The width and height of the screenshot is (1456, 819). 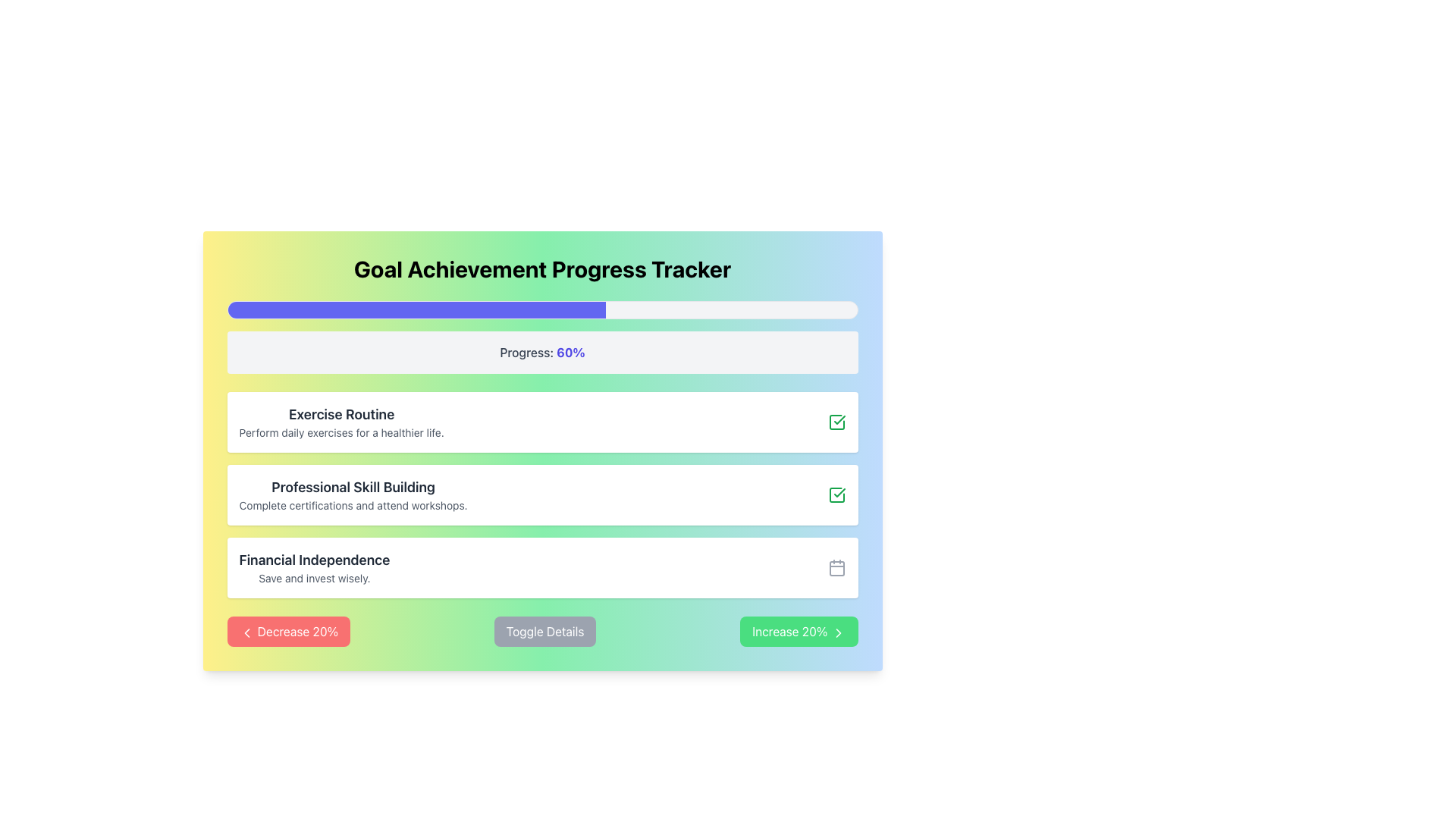 I want to click on the 'Toggle Details' button, which is a rectangular button with a gray background, rounded corners, and white centered text, so click(x=545, y=632).